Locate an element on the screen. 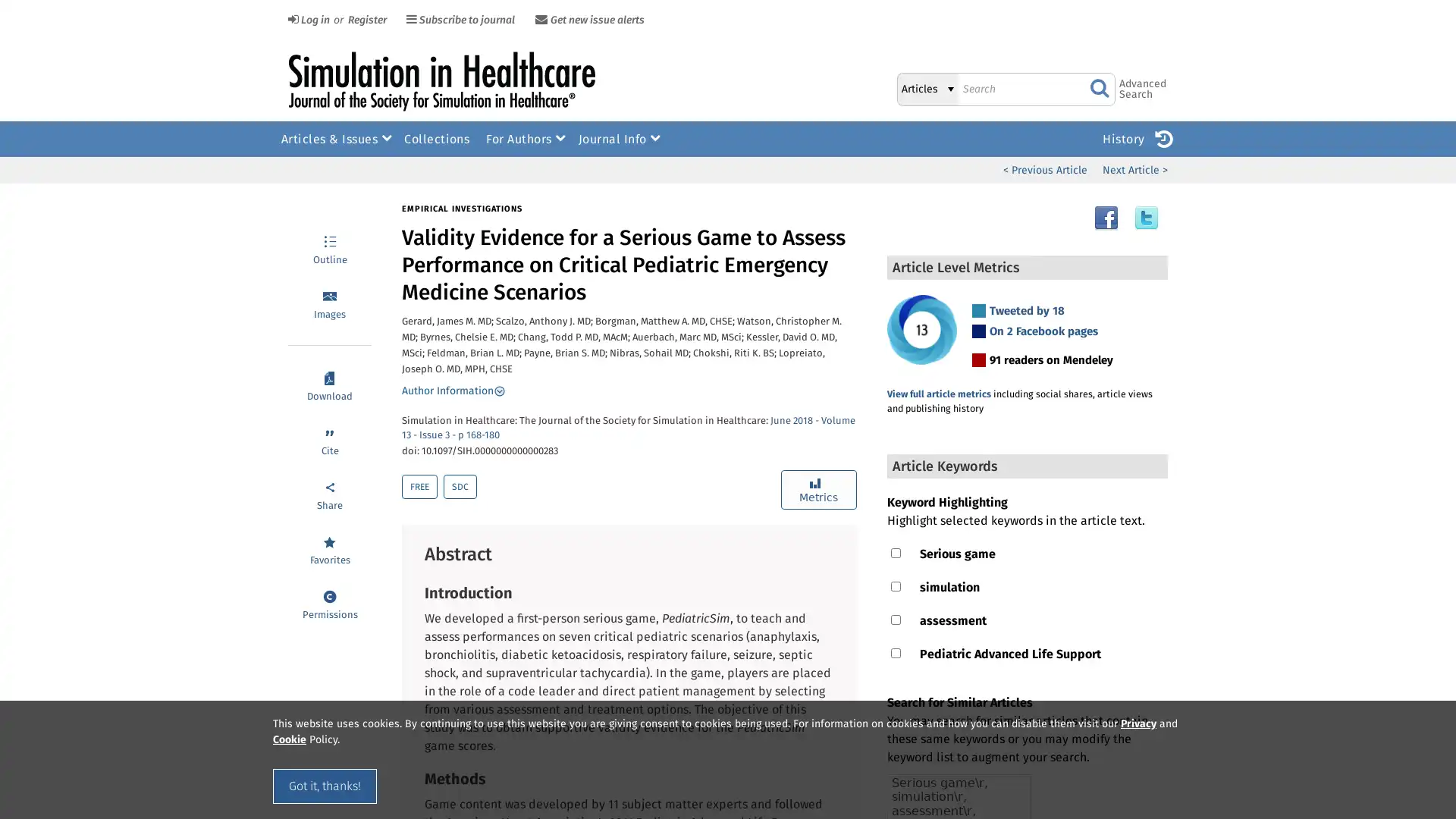 Image resolution: width=1456 pixels, height=819 pixels. Outline is located at coordinates (329, 247).